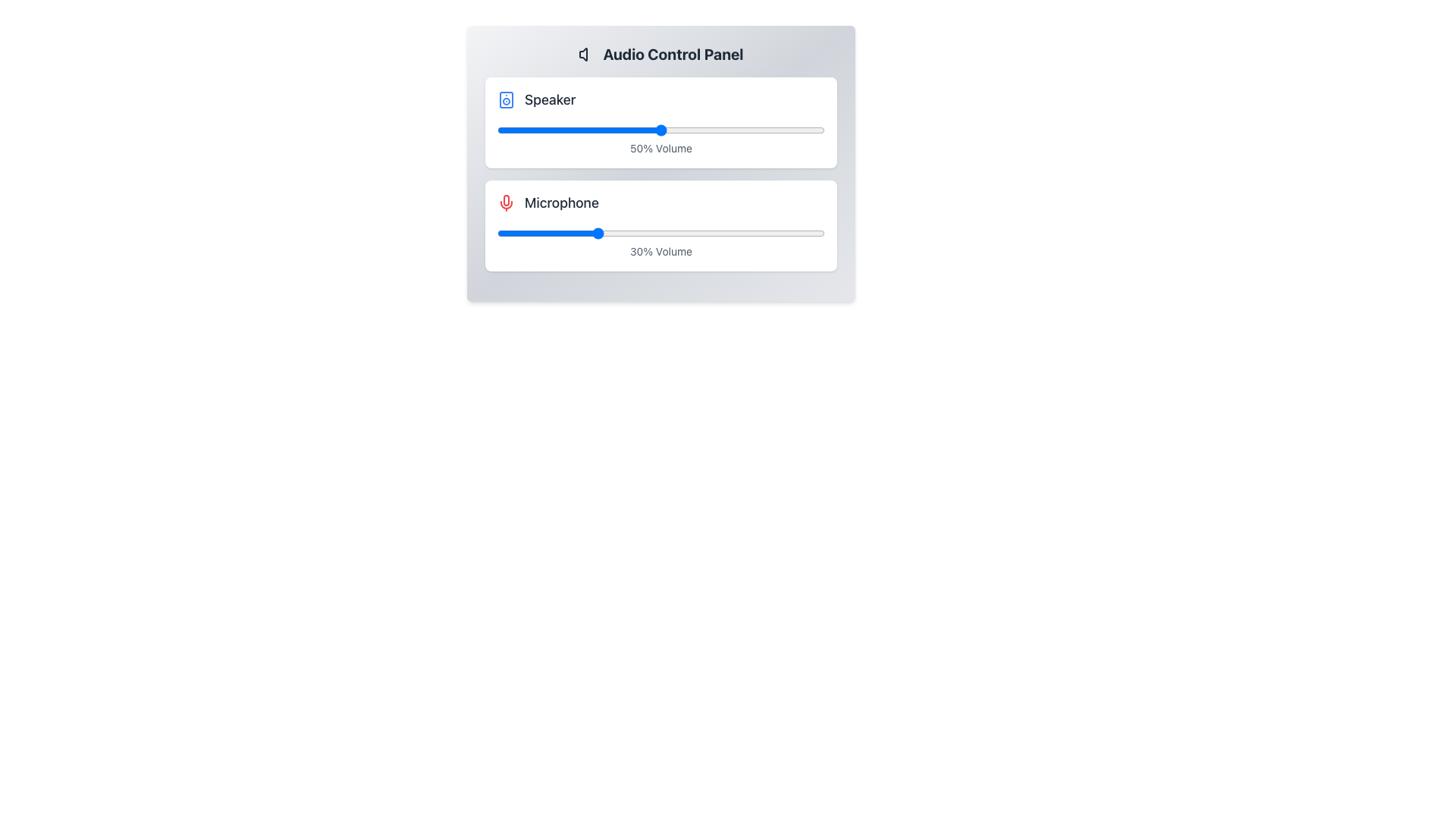 The width and height of the screenshot is (1456, 819). What do you see at coordinates (661, 234) in the screenshot?
I see `the Range Slider in the 'Microphone' section of the 'Audio Control Panel'` at bounding box center [661, 234].